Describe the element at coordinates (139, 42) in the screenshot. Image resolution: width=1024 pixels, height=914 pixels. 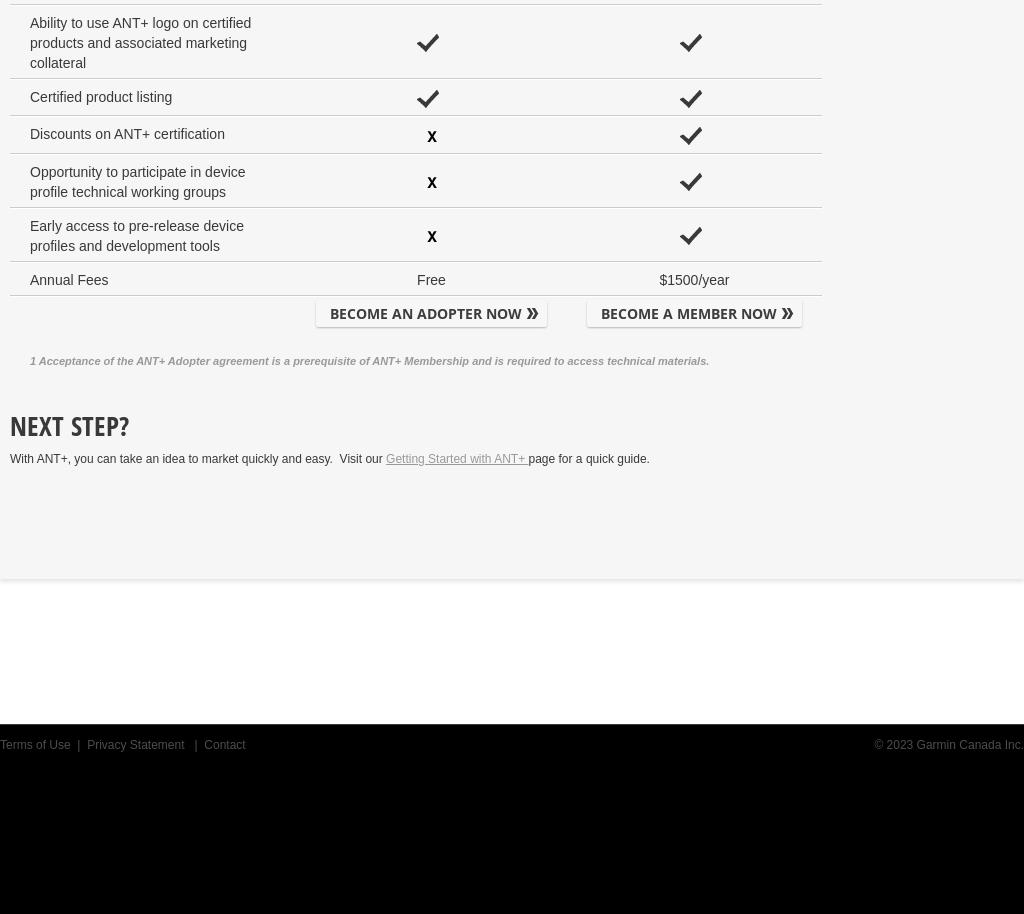
I see `'Ability to use ANT+ logo on certified products and associated marketing collateral'` at that location.